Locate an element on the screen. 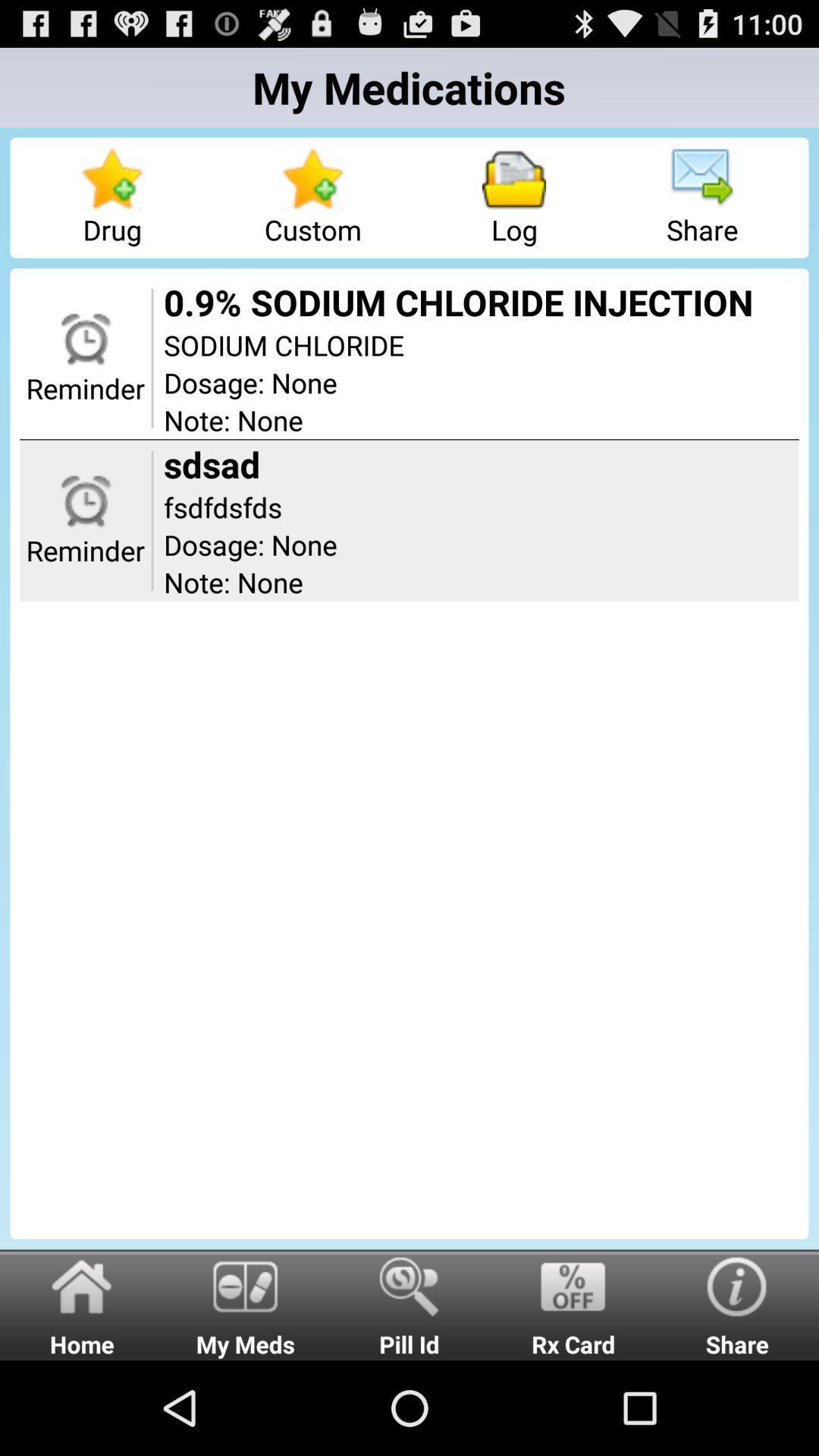 The height and width of the screenshot is (1456, 819). the radio button to the right of the pill id radio button is located at coordinates (573, 1304).